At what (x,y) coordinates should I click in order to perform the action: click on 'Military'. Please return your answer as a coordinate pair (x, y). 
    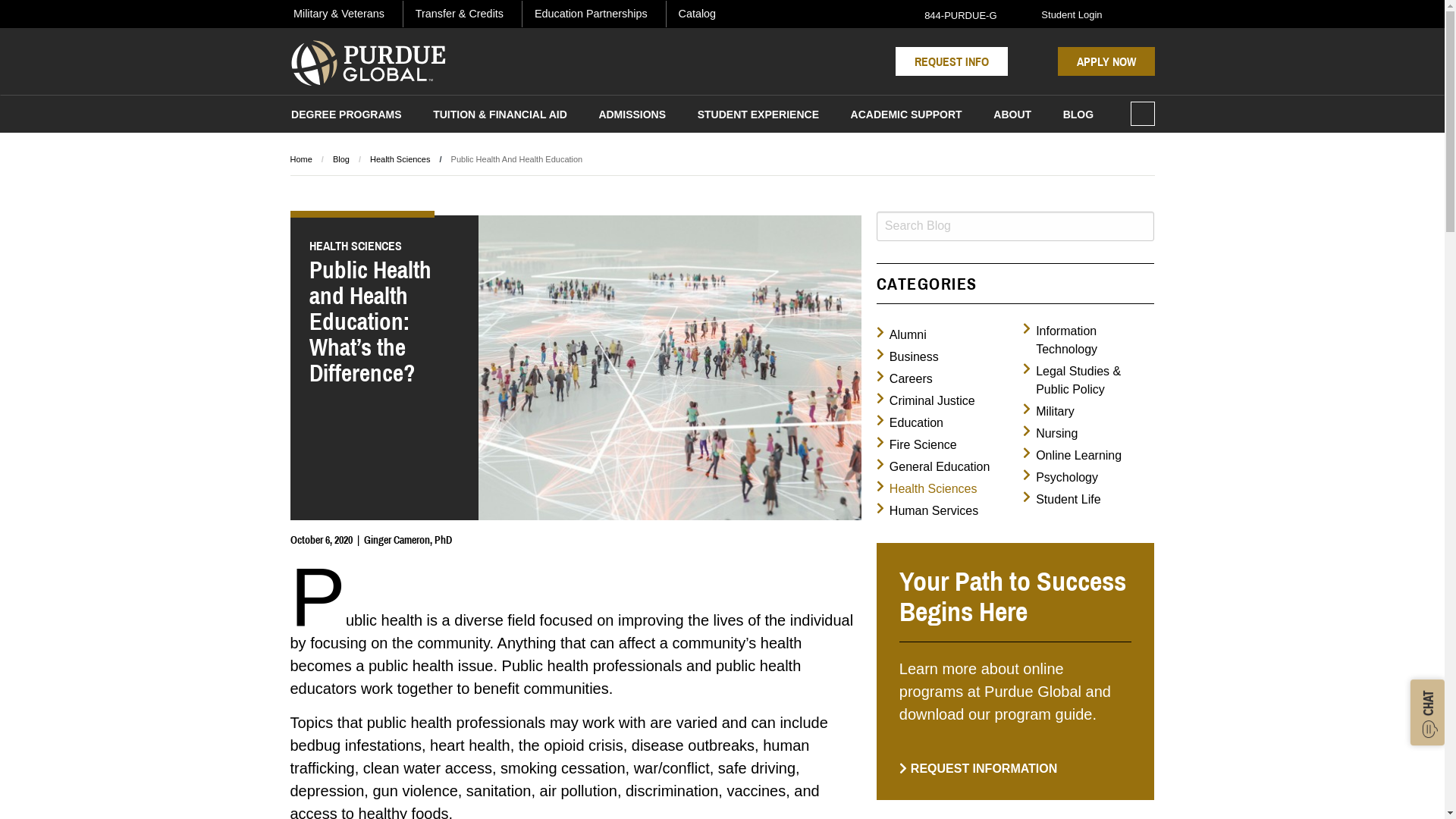
    Looking at the image, I should click on (1047, 412).